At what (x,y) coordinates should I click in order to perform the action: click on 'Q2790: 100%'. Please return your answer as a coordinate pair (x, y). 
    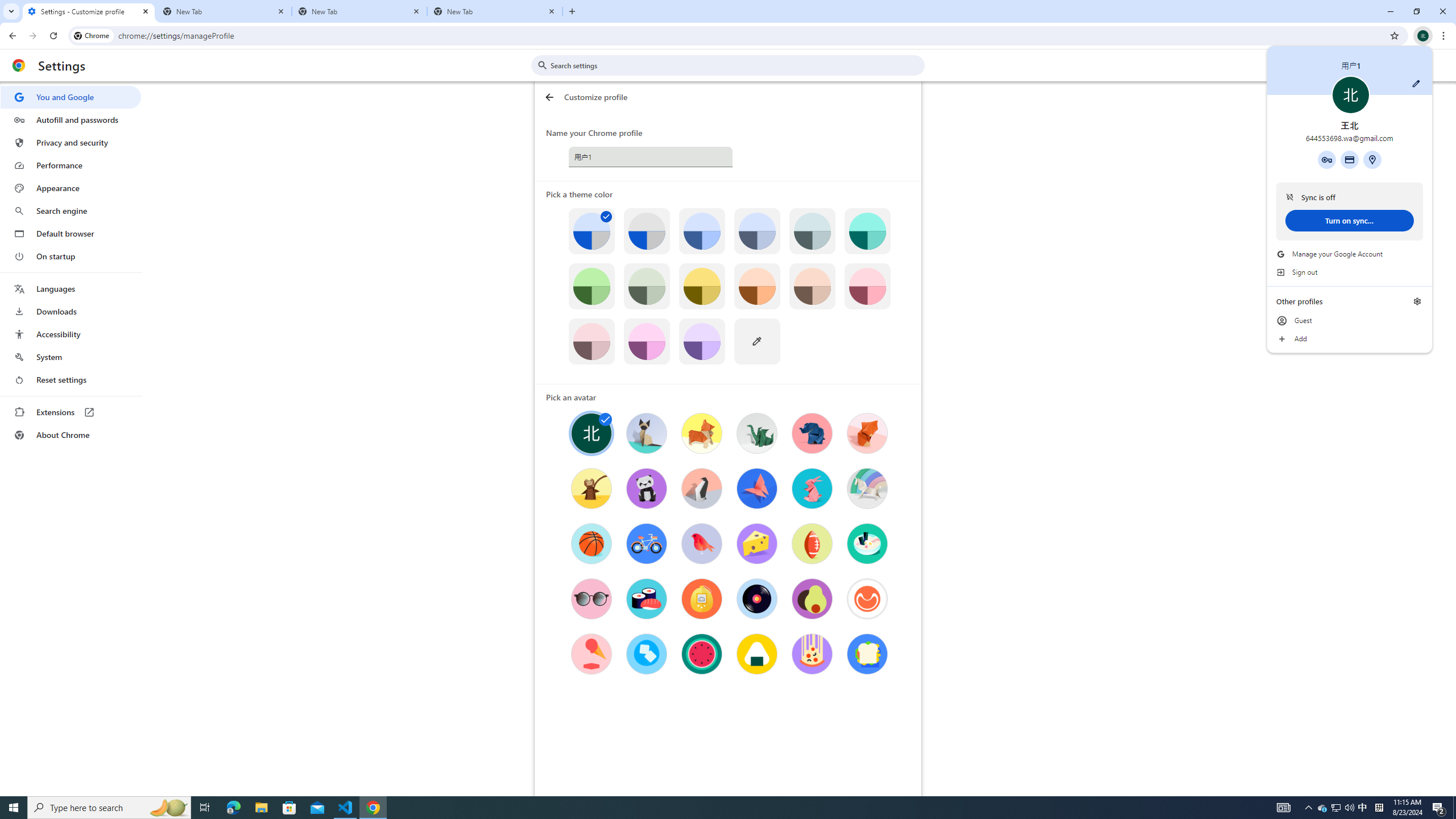
    Looking at the image, I should click on (1349, 806).